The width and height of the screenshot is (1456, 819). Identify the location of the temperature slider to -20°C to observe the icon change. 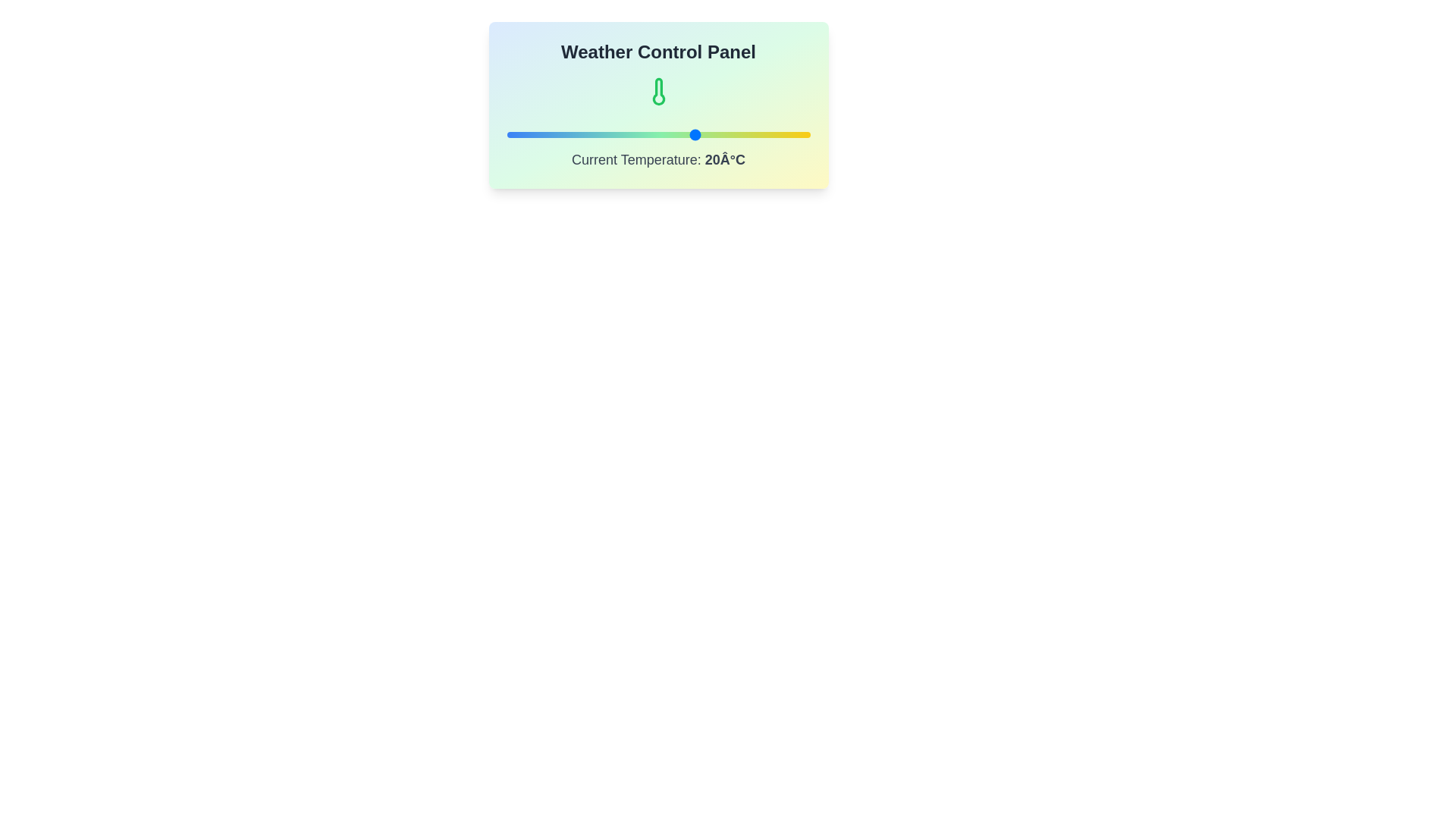
(544, 133).